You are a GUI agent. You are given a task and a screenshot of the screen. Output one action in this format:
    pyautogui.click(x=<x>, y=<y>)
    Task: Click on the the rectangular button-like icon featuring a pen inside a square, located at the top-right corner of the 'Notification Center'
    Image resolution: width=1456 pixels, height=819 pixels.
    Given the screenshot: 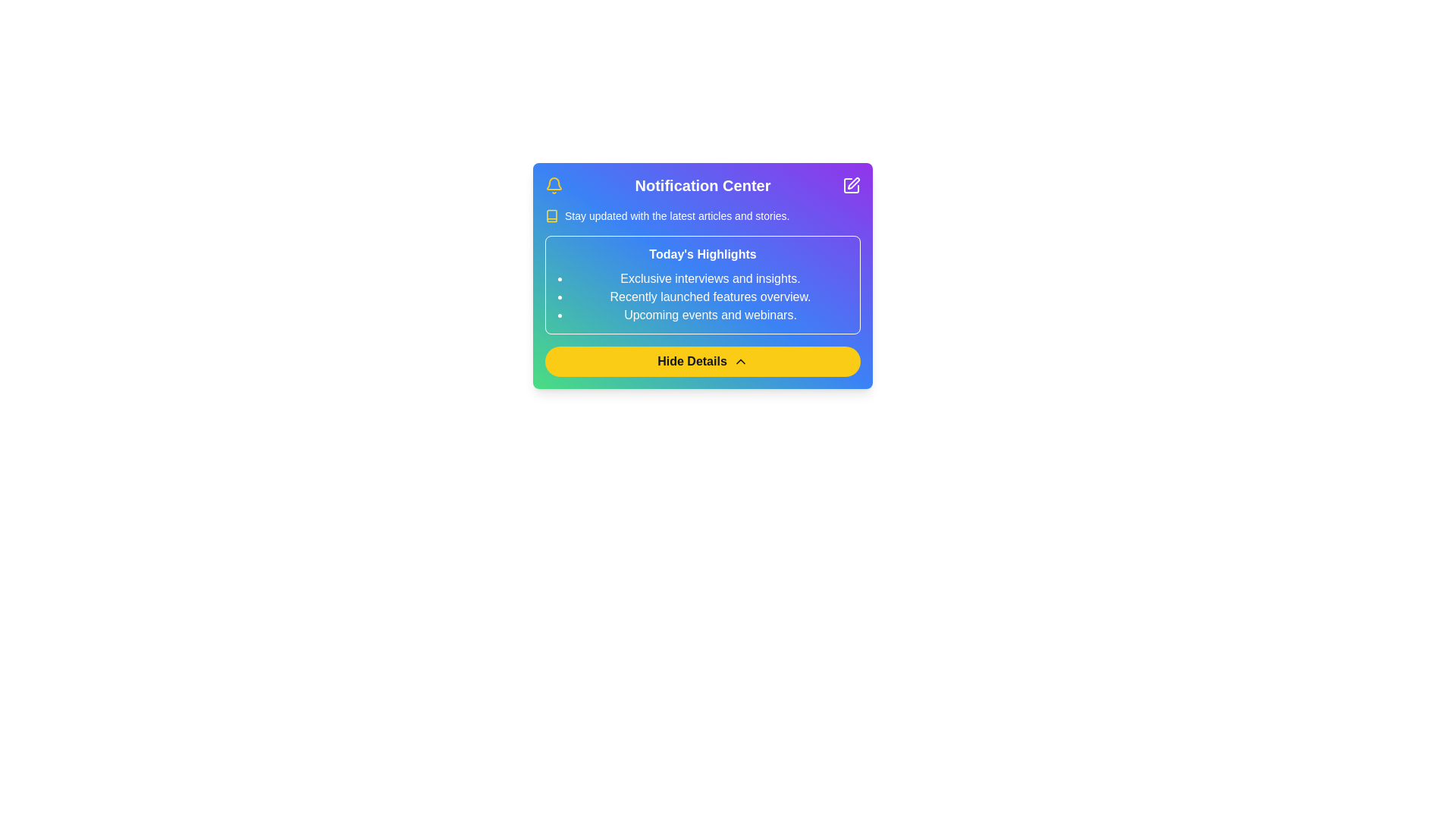 What is the action you would take?
    pyautogui.click(x=852, y=185)
    